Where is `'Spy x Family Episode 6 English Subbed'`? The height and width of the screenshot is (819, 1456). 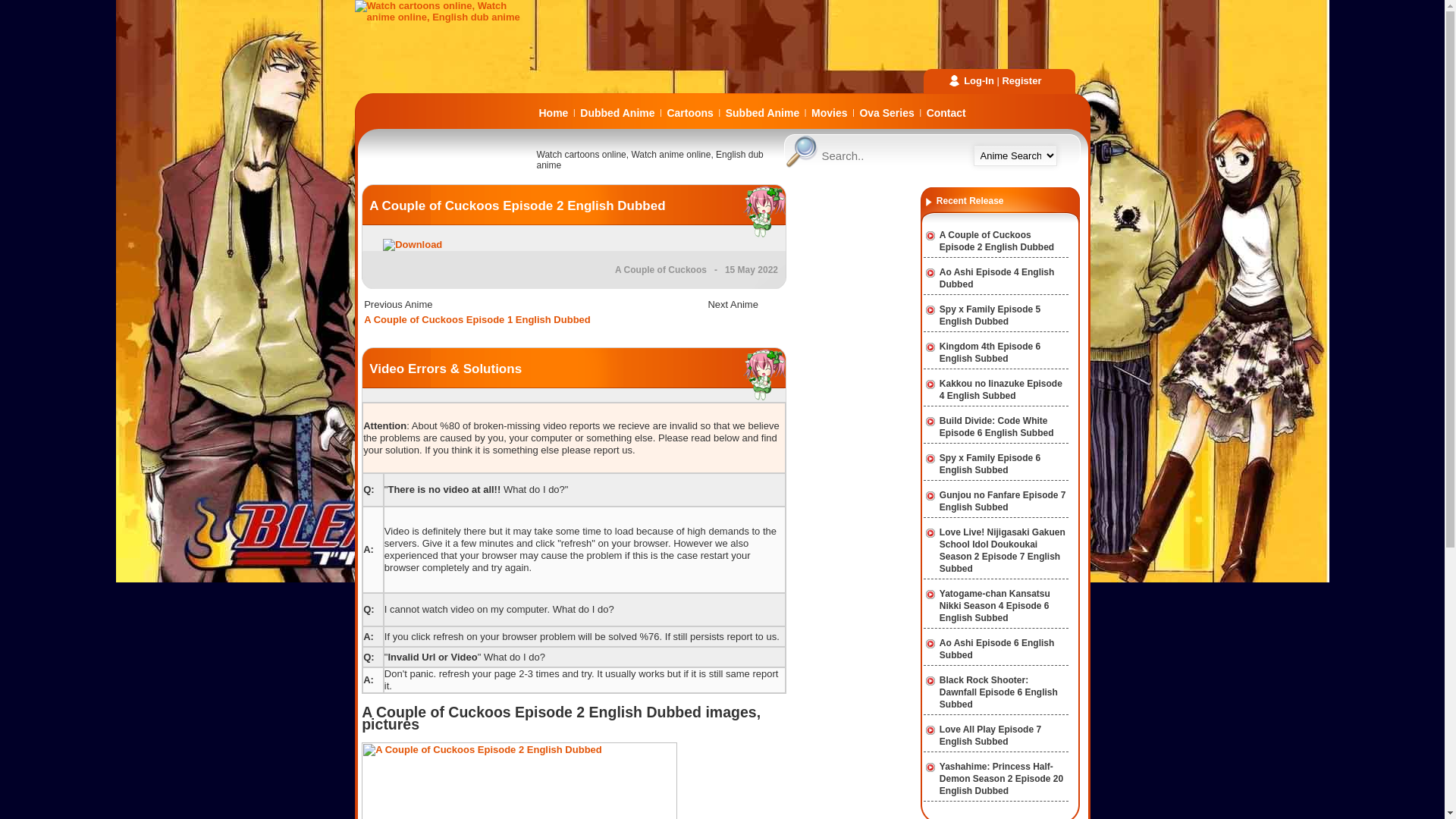
'Spy x Family Episode 6 English Subbed' is located at coordinates (990, 463).